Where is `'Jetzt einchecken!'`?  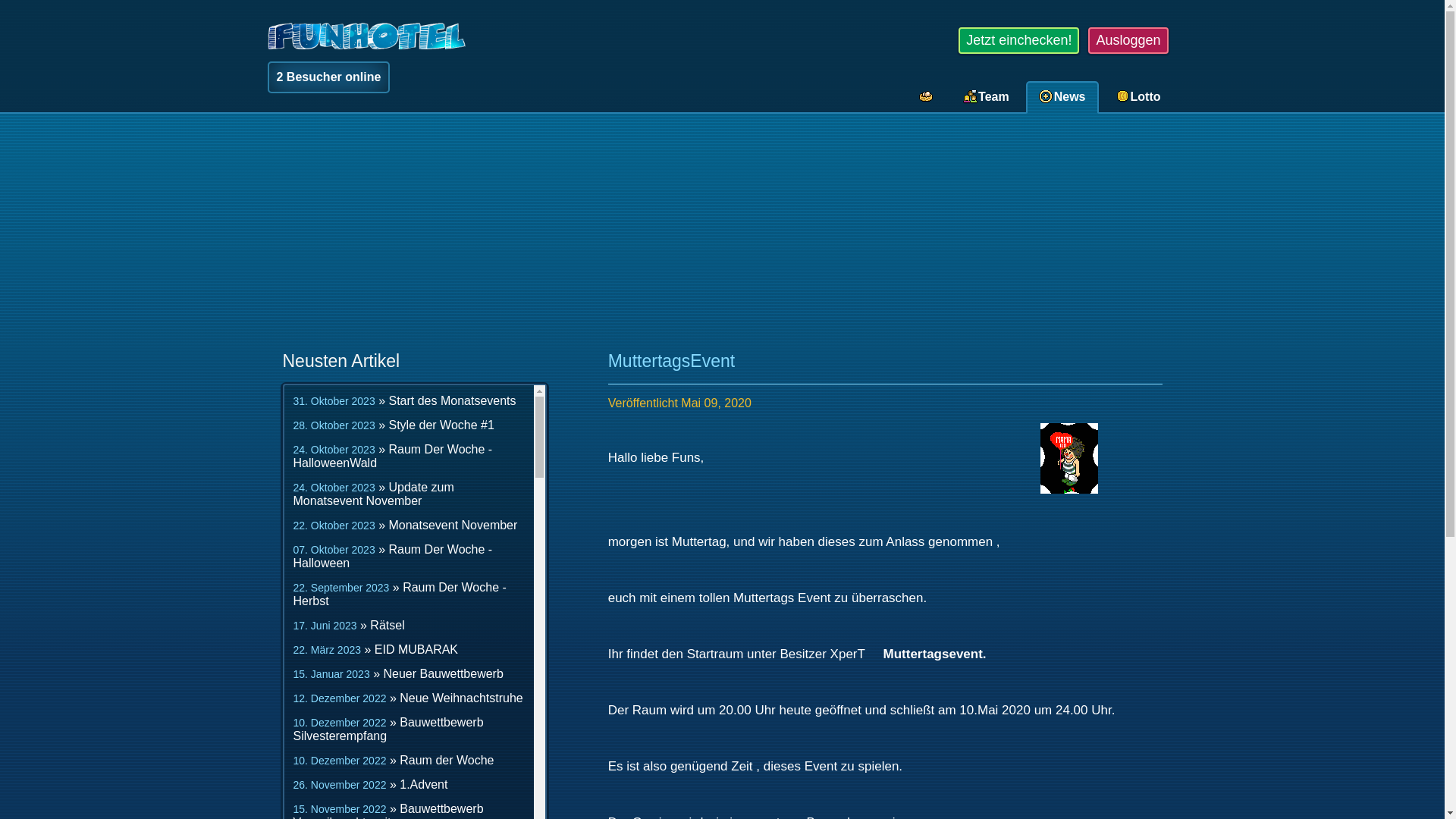
'Jetzt einchecken!' is located at coordinates (1018, 39).